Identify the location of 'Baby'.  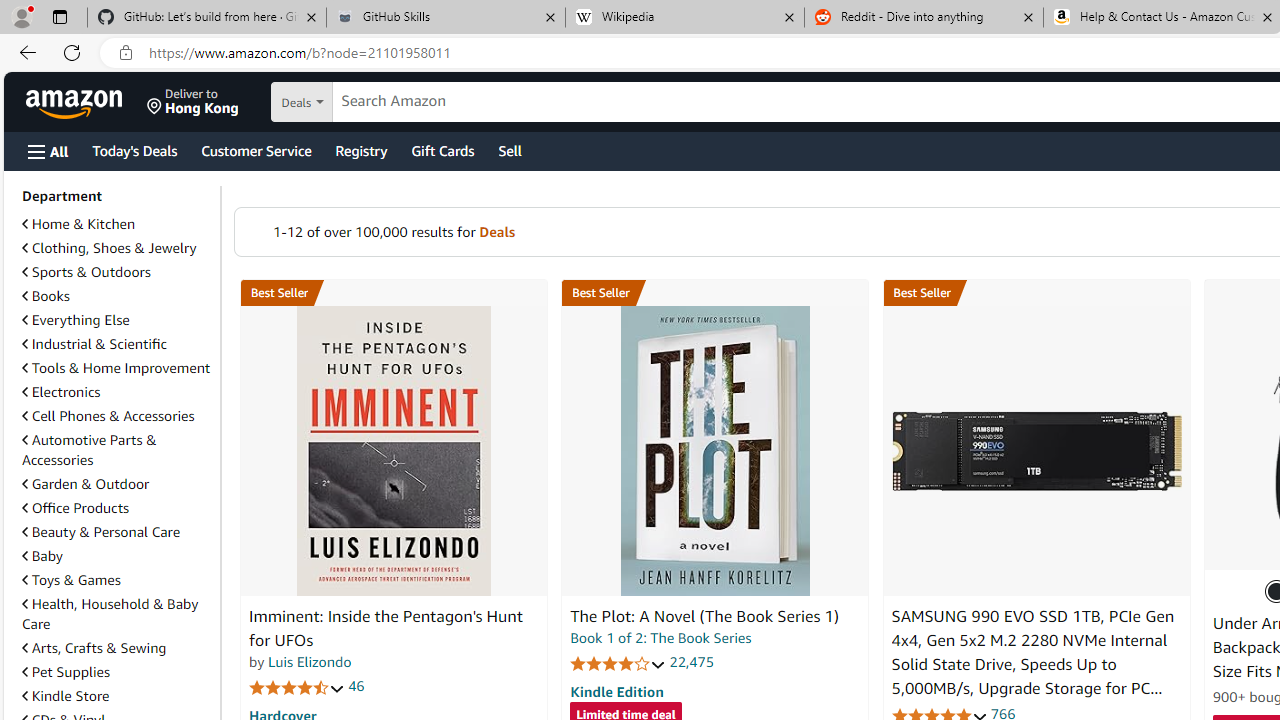
(42, 556).